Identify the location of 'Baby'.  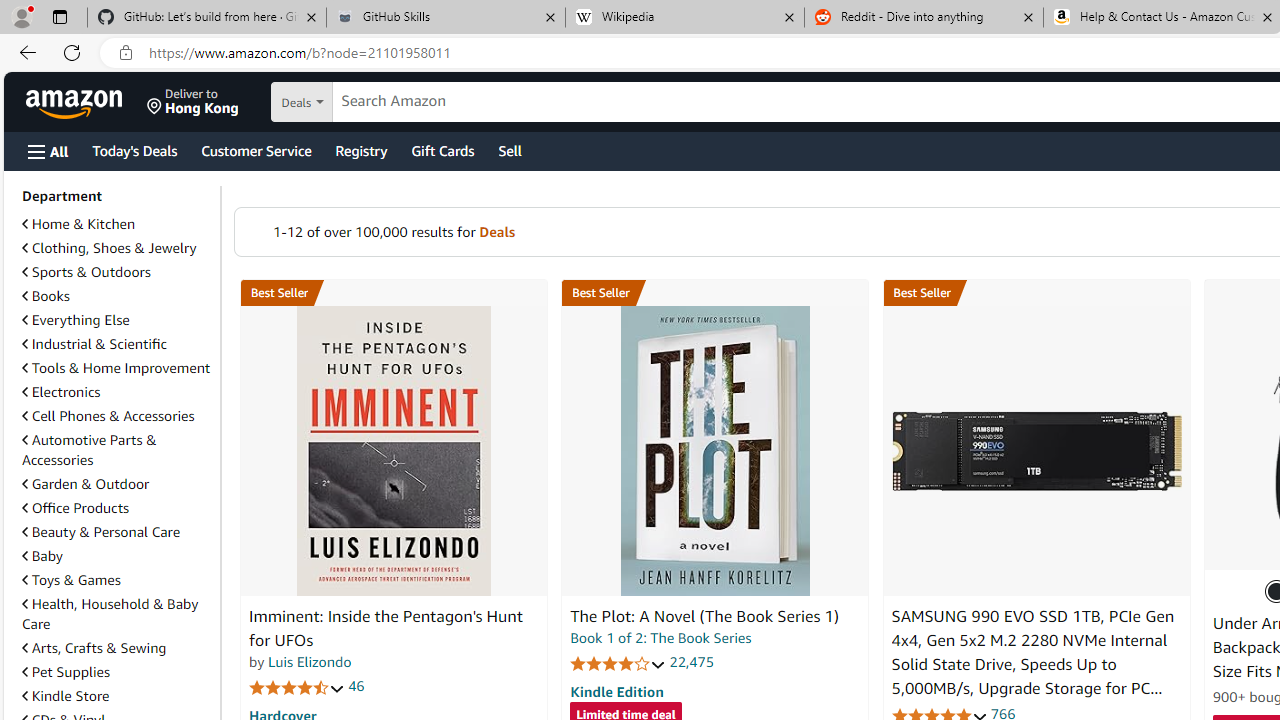
(42, 556).